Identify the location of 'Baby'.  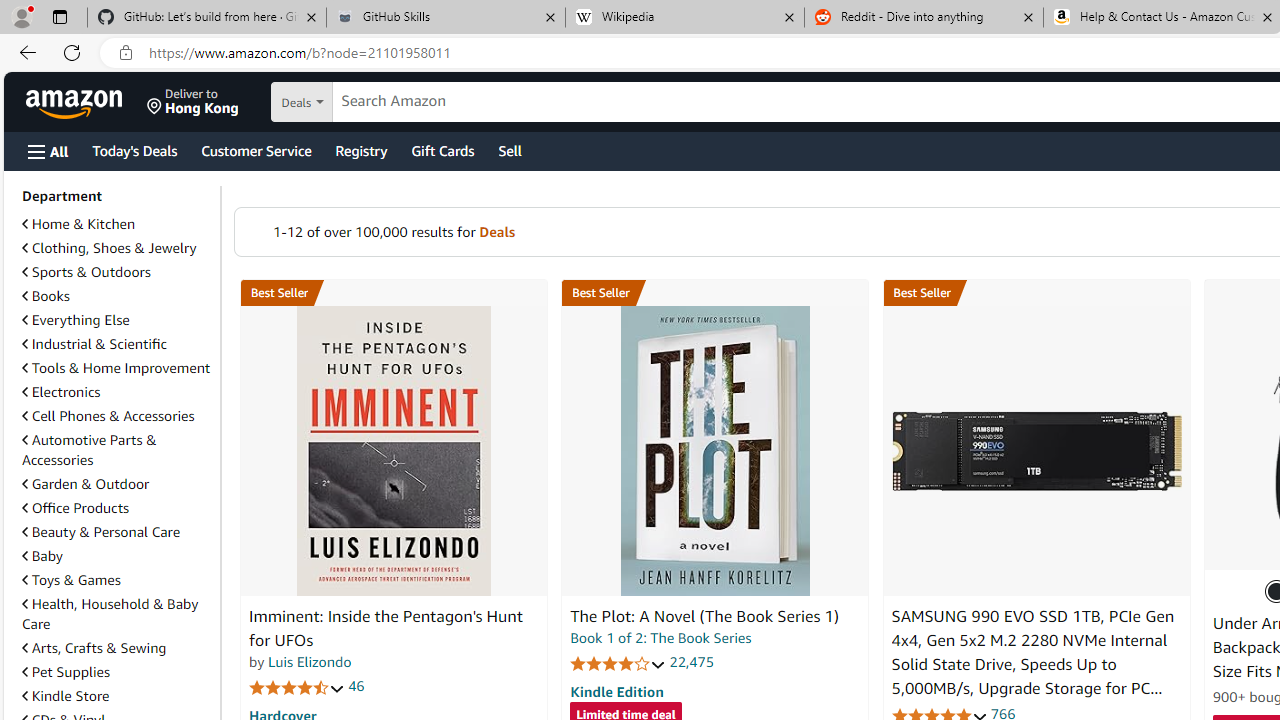
(42, 556).